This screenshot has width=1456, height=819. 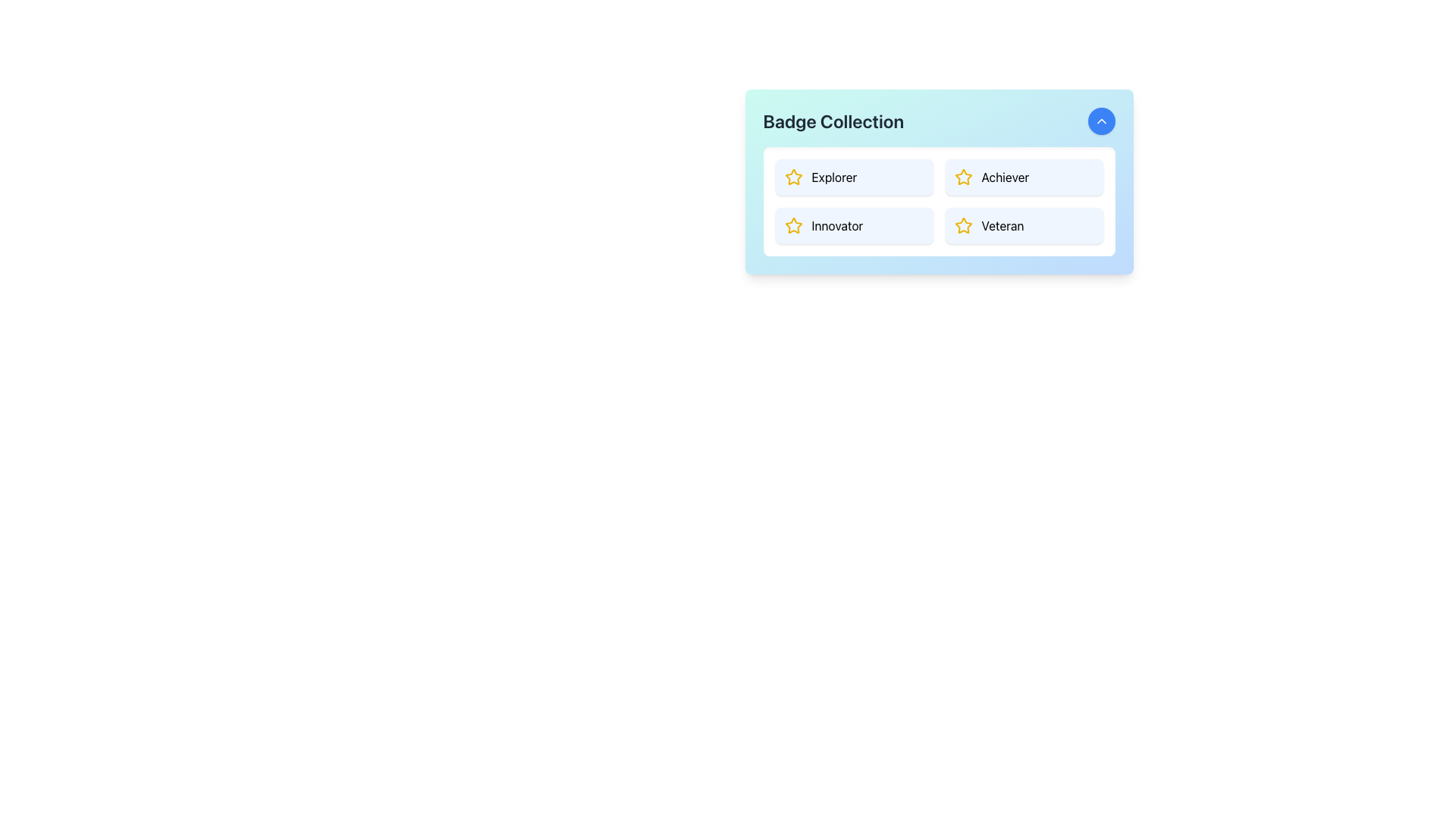 I want to click on the text label displaying 'Innovator', which is aligned with a star icon in the 'Badge Collection' section, so click(x=836, y=225).